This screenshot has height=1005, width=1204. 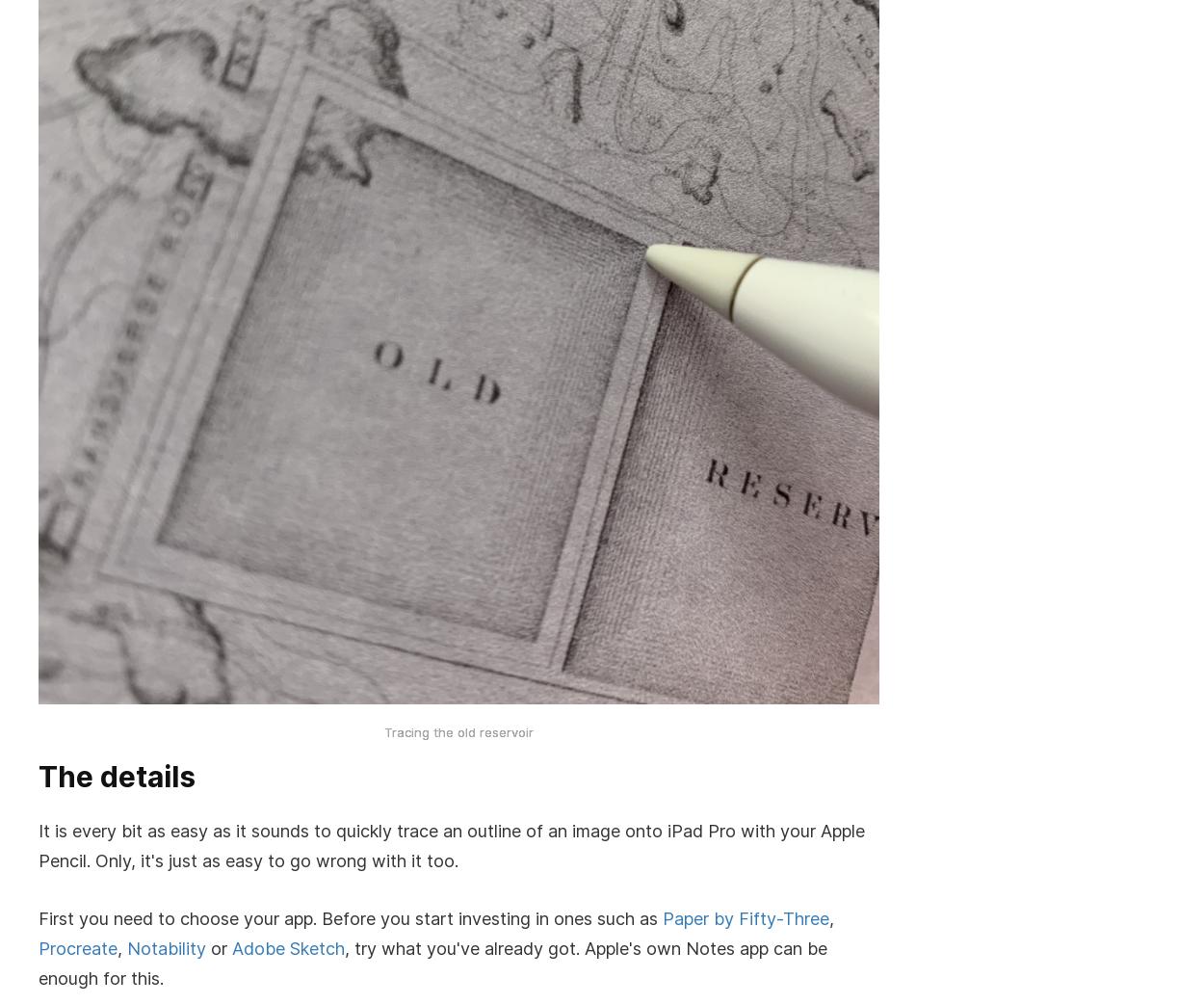 I want to click on ', try what you've already got. Apple's own Notes app can be enough for this.', so click(x=432, y=963).